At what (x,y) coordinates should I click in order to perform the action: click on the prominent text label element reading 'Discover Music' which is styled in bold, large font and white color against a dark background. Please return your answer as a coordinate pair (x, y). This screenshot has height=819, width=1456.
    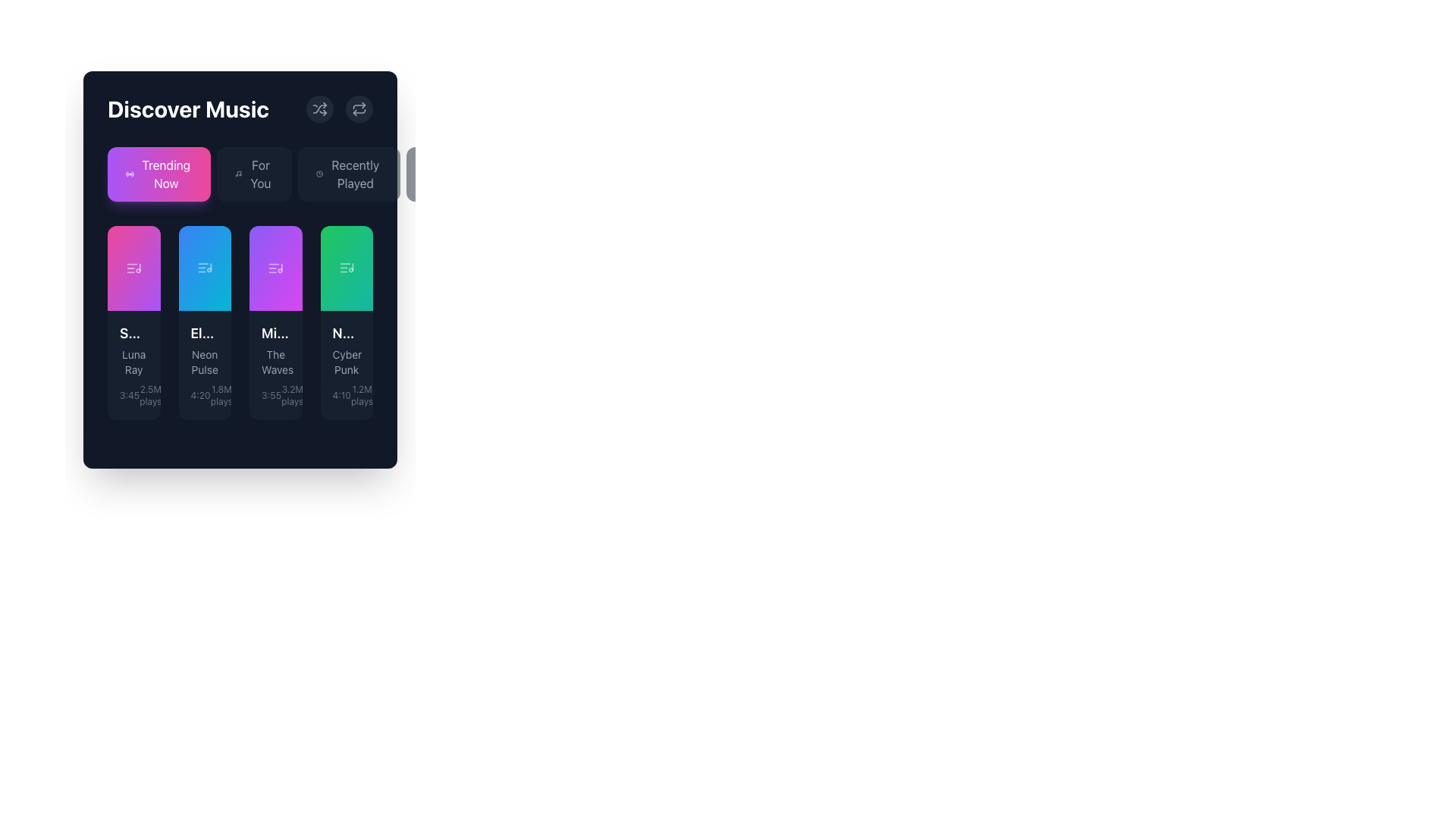
    Looking at the image, I should click on (187, 108).